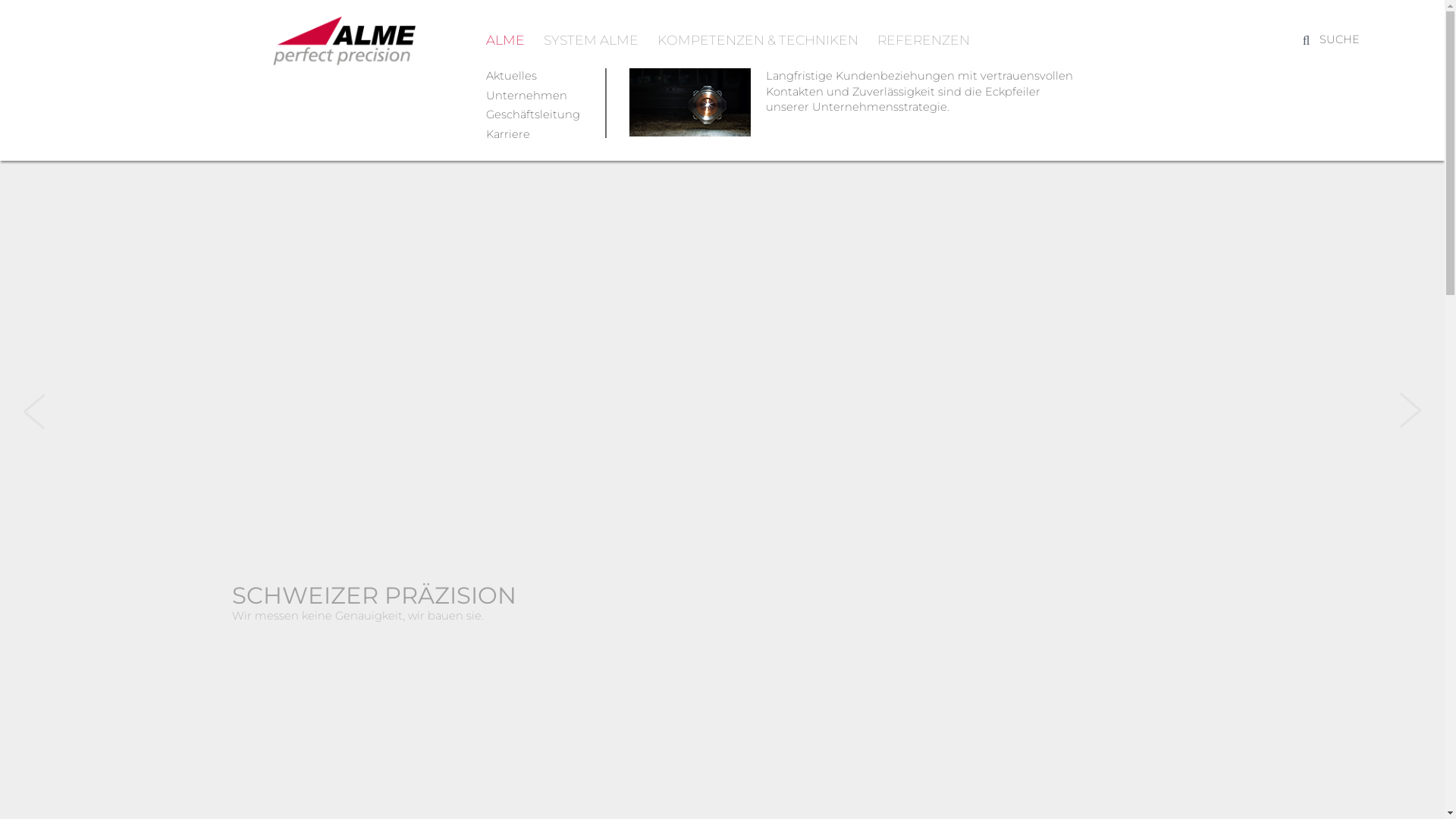 The height and width of the screenshot is (819, 1456). Describe the element at coordinates (510, 76) in the screenshot. I see `'Aktuelles'` at that location.